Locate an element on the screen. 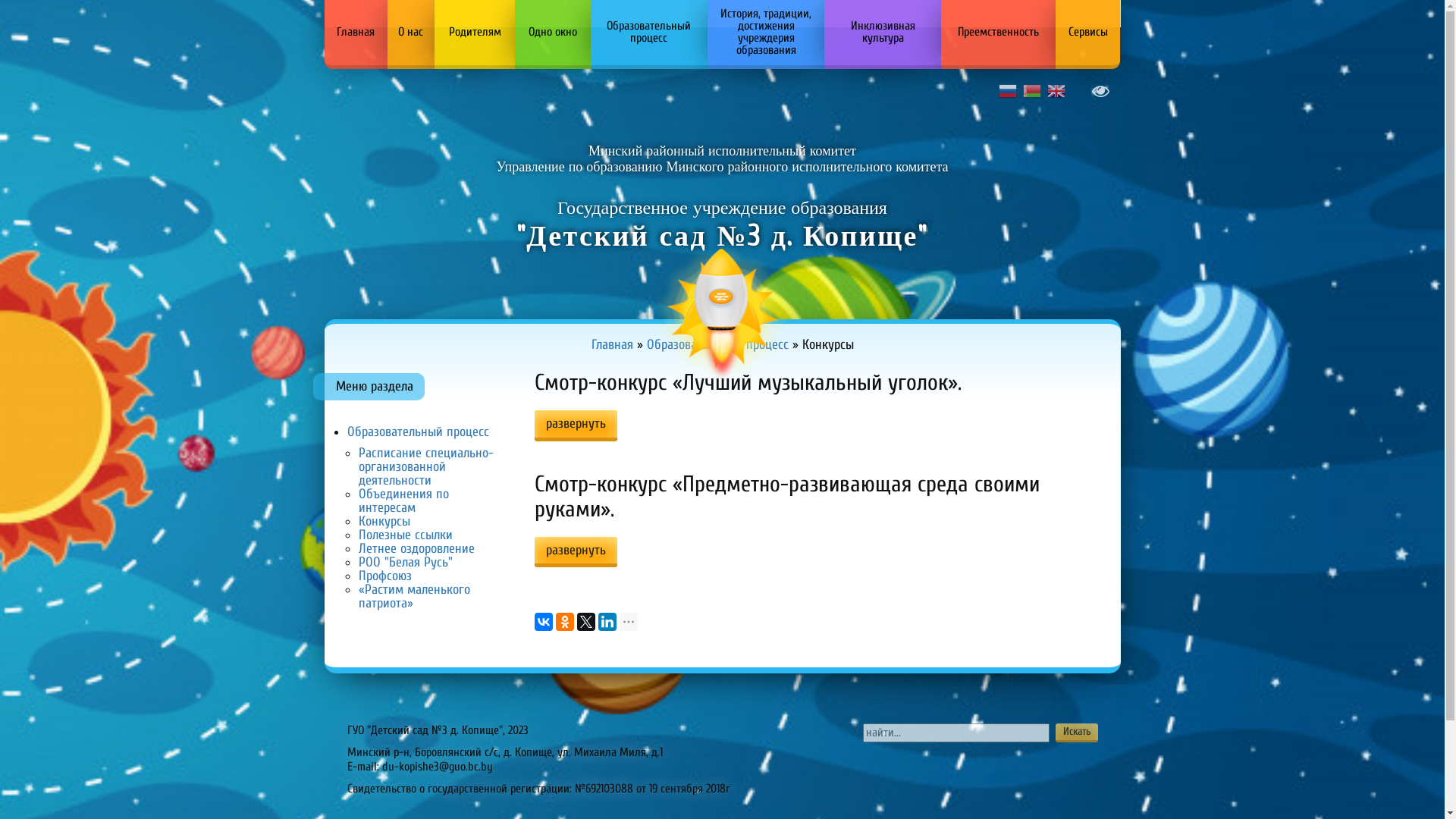 This screenshot has width=1456, height=819. 'Twitter' is located at coordinates (585, 622).